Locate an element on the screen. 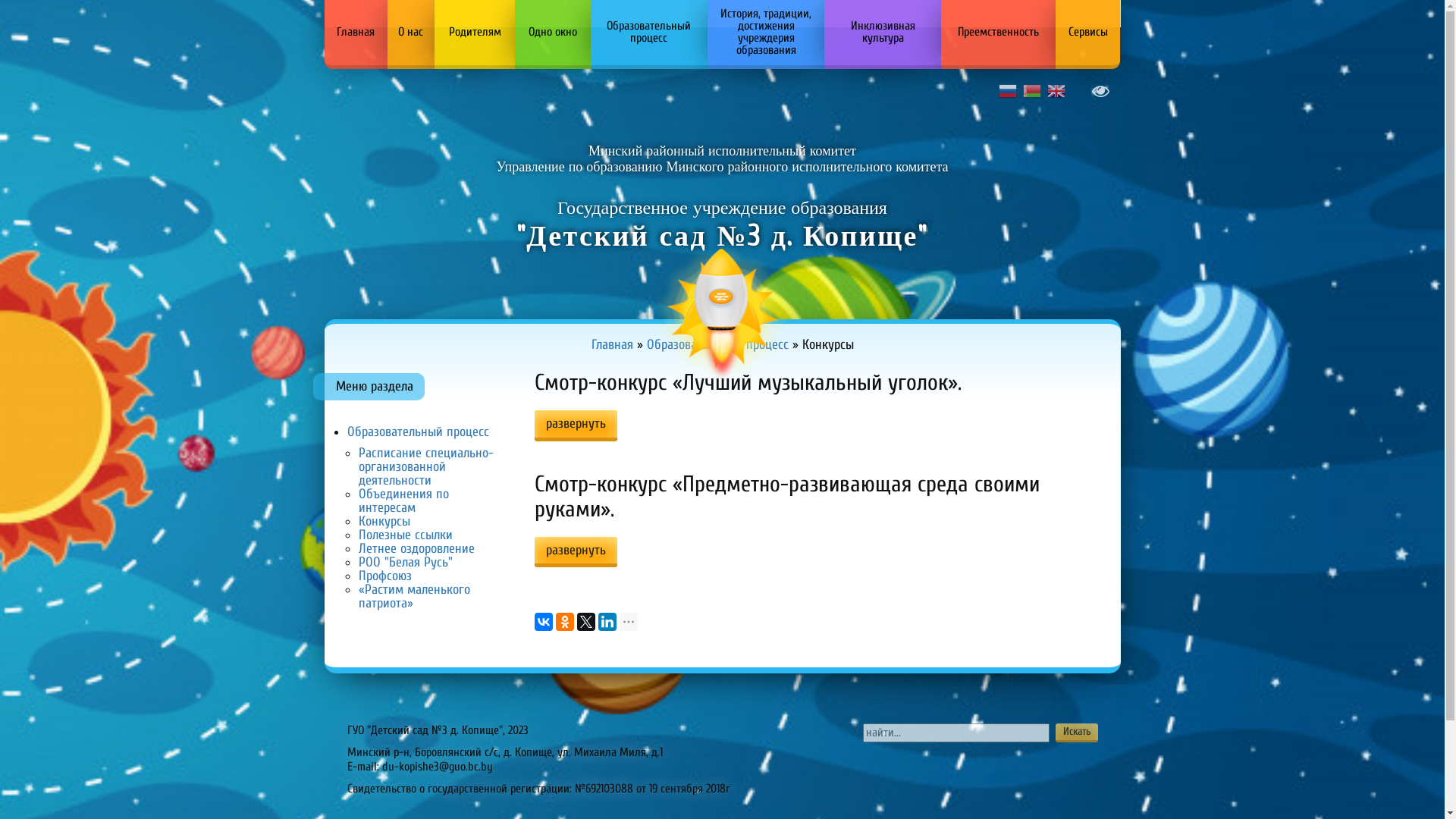 This screenshot has width=1456, height=819. 'Twitter' is located at coordinates (585, 622).